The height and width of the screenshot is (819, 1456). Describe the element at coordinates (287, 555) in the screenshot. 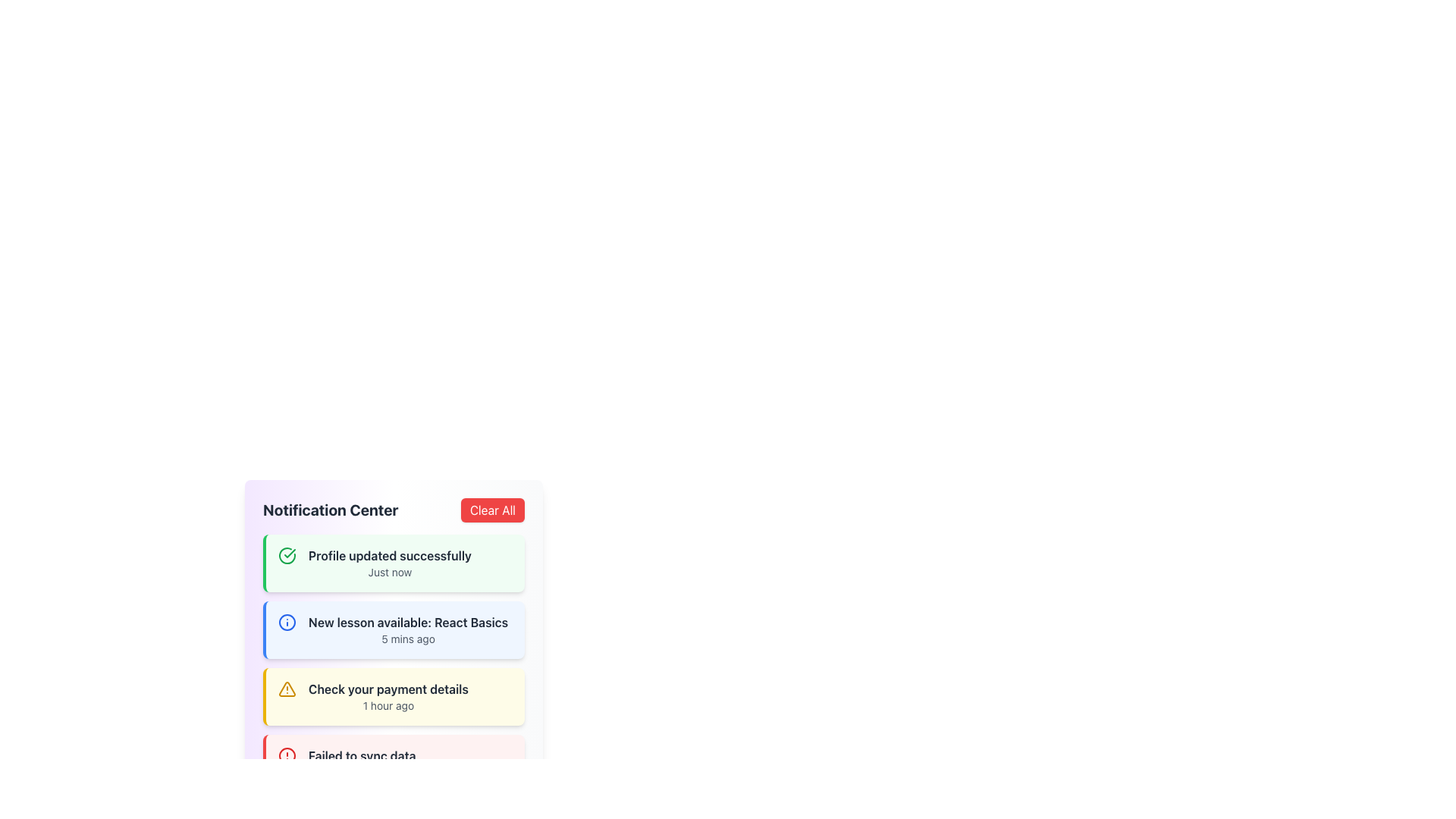

I see `the circular icon with a checkmark inside it, which is located adjacent to the notification message 'Profile updated successfully.' in the green-highlighted notification box` at that location.